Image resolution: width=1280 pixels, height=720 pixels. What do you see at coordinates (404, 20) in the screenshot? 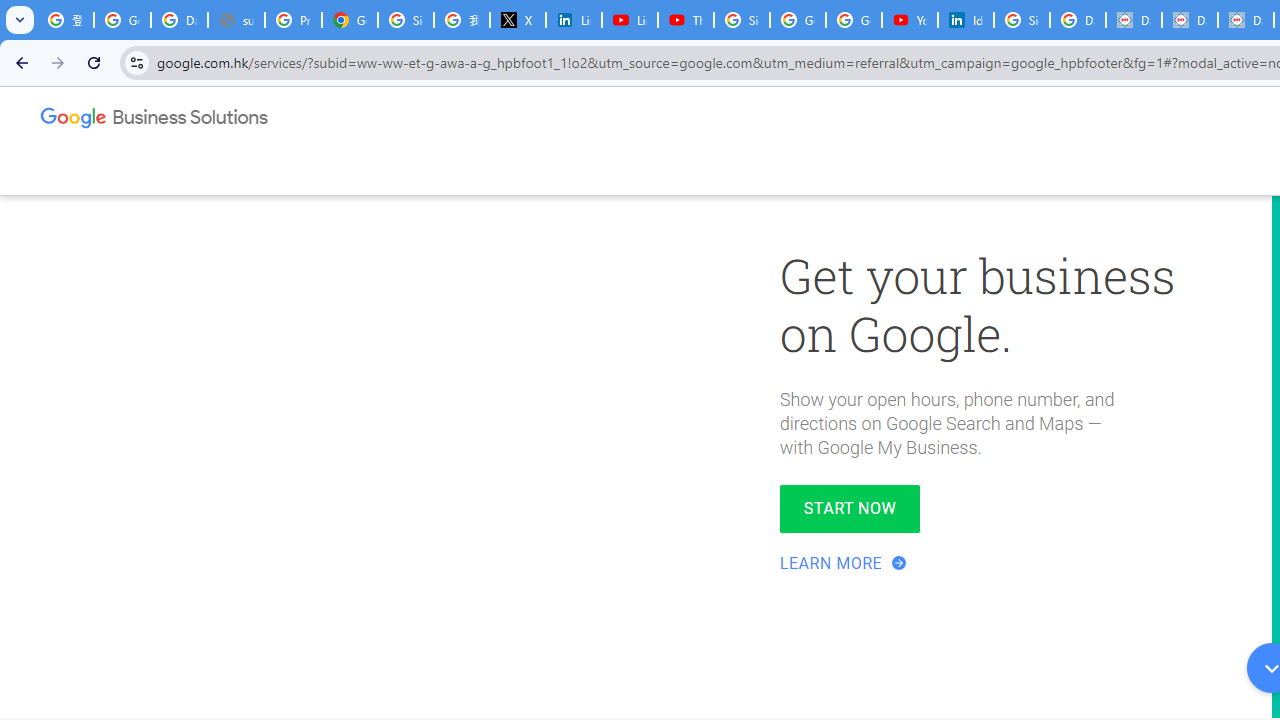
I see `'Sign in - Google Accounts'` at bounding box center [404, 20].